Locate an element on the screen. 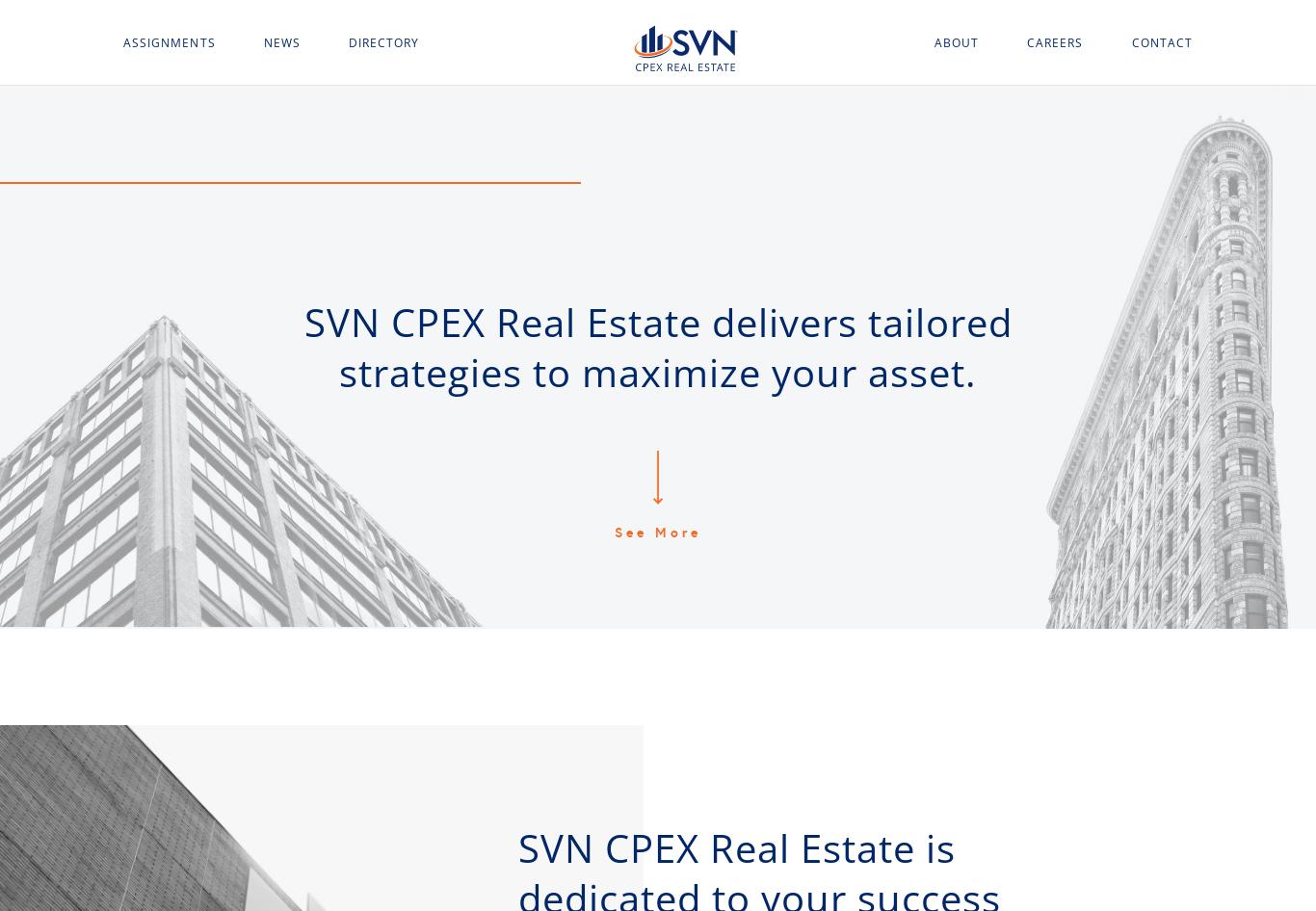  'Completed' is located at coordinates (162, 245).